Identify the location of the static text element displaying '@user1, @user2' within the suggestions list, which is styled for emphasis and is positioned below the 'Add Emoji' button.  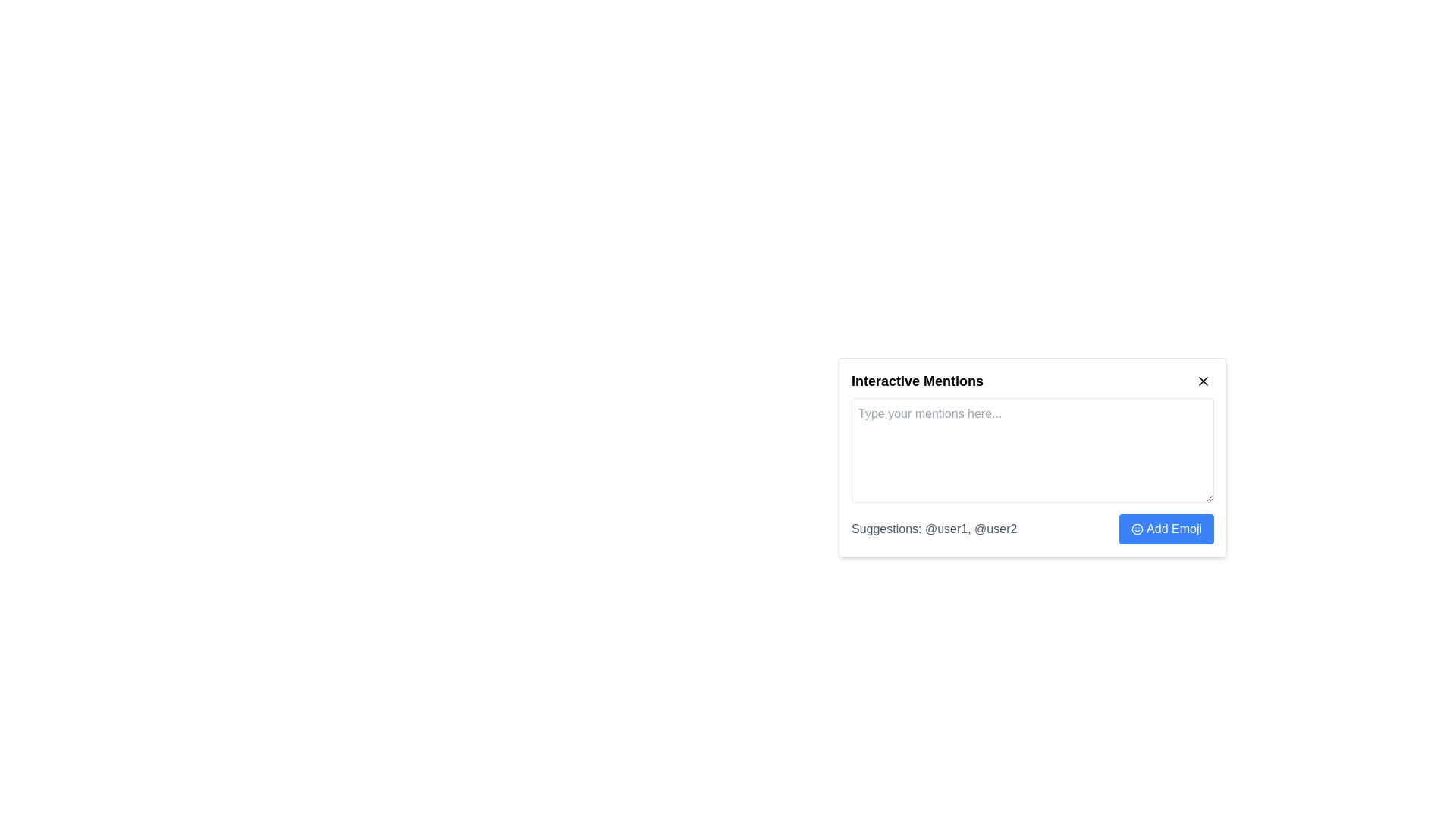
(971, 528).